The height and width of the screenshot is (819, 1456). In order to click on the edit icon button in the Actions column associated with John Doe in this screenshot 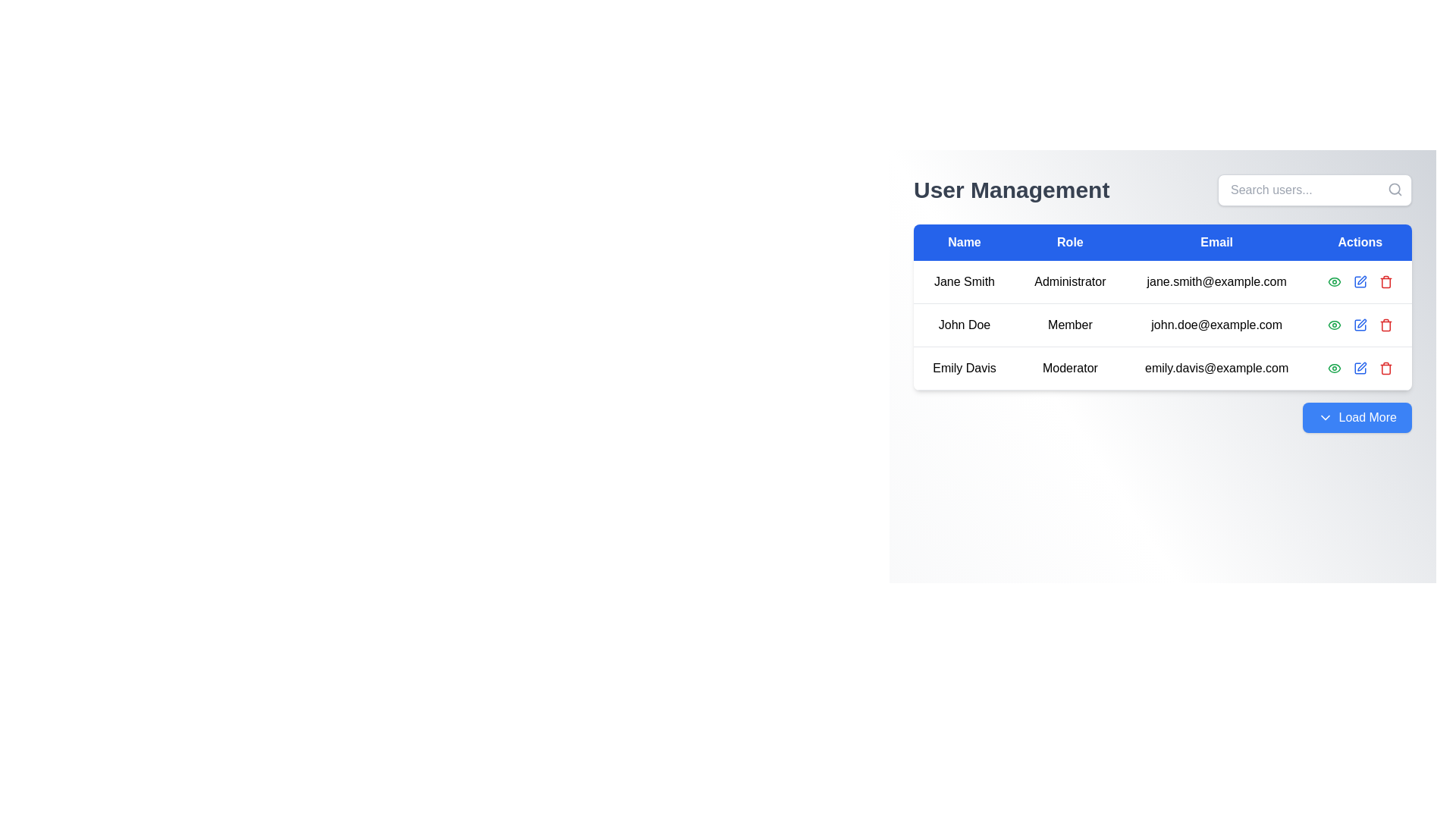, I will do `click(1361, 280)`.